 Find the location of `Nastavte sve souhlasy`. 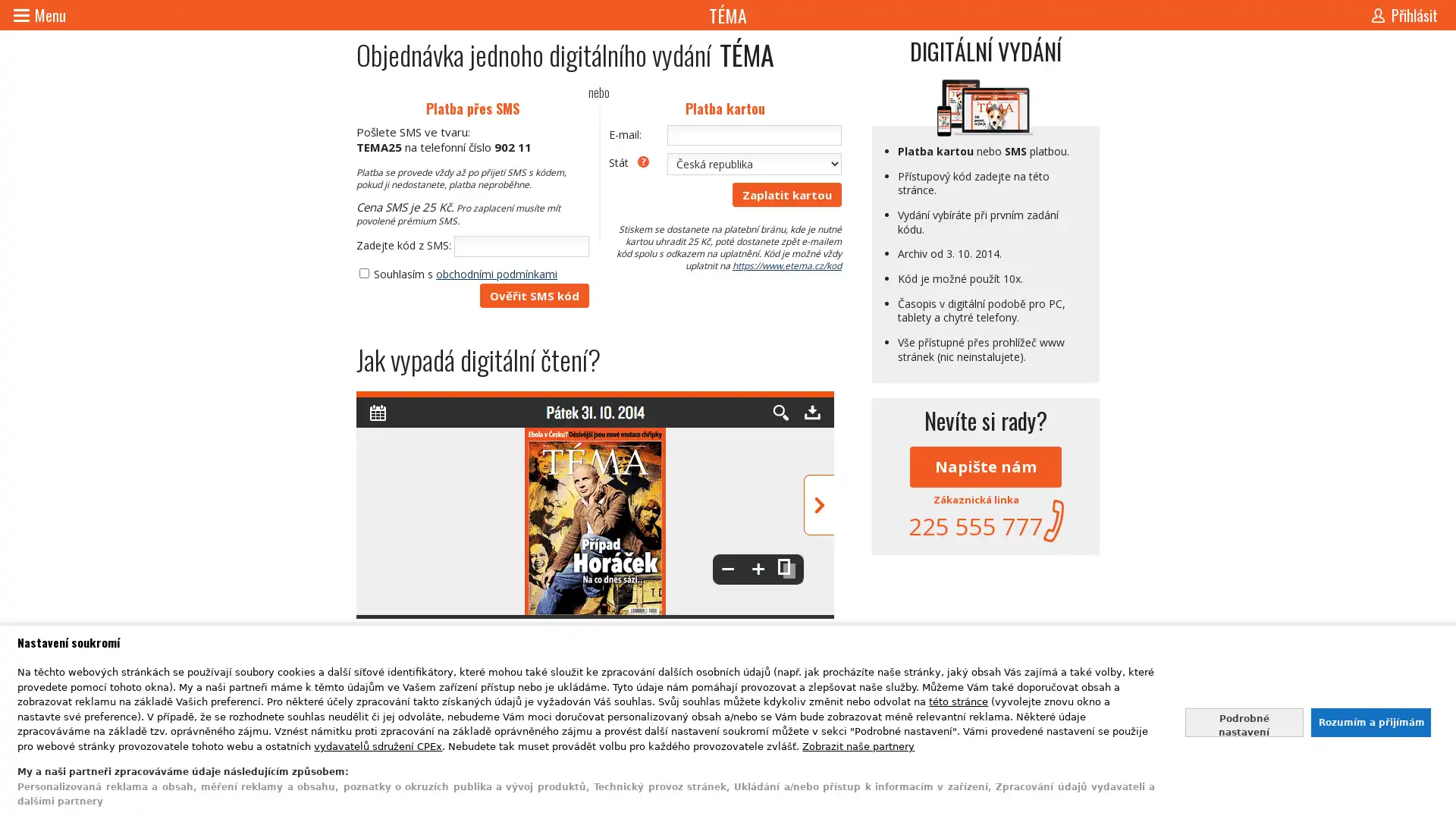

Nastavte sve souhlasy is located at coordinates (1244, 721).